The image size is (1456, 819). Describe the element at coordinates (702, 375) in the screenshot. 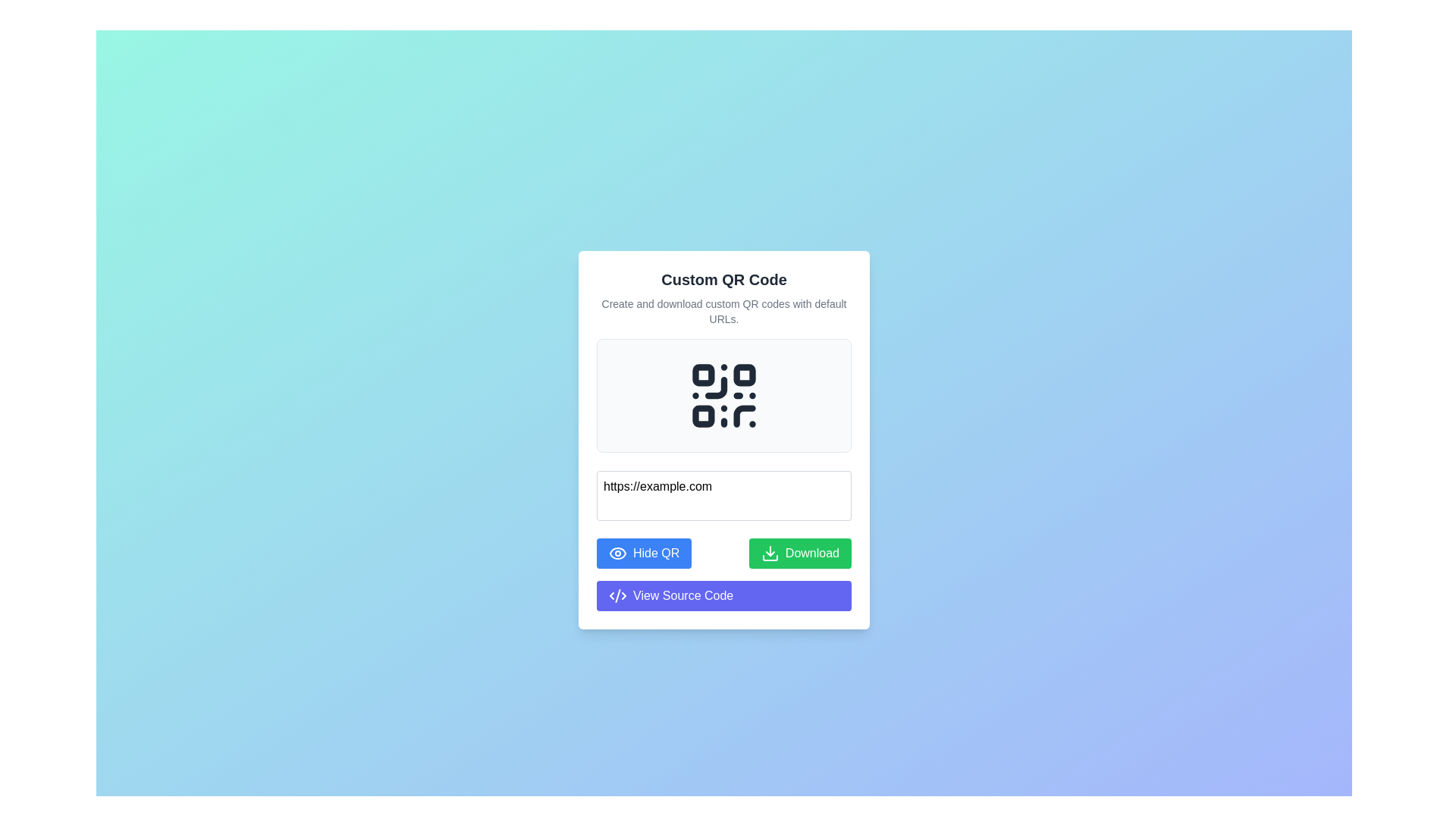

I see `the top-left black square with rounded corners in the QR code structure, which is the first element in a series of three similar squares` at that location.